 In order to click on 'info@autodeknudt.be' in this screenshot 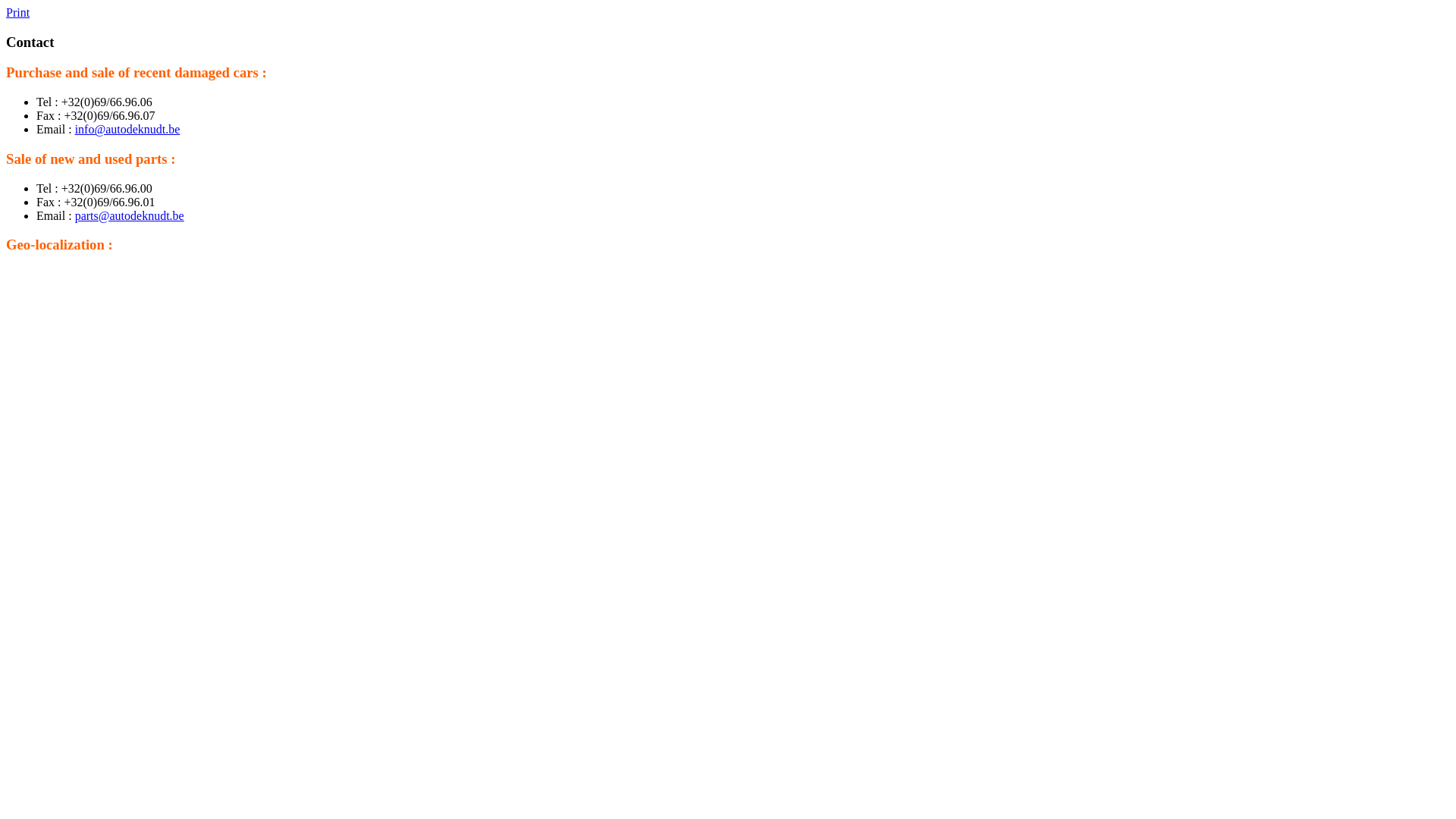, I will do `click(127, 128)`.